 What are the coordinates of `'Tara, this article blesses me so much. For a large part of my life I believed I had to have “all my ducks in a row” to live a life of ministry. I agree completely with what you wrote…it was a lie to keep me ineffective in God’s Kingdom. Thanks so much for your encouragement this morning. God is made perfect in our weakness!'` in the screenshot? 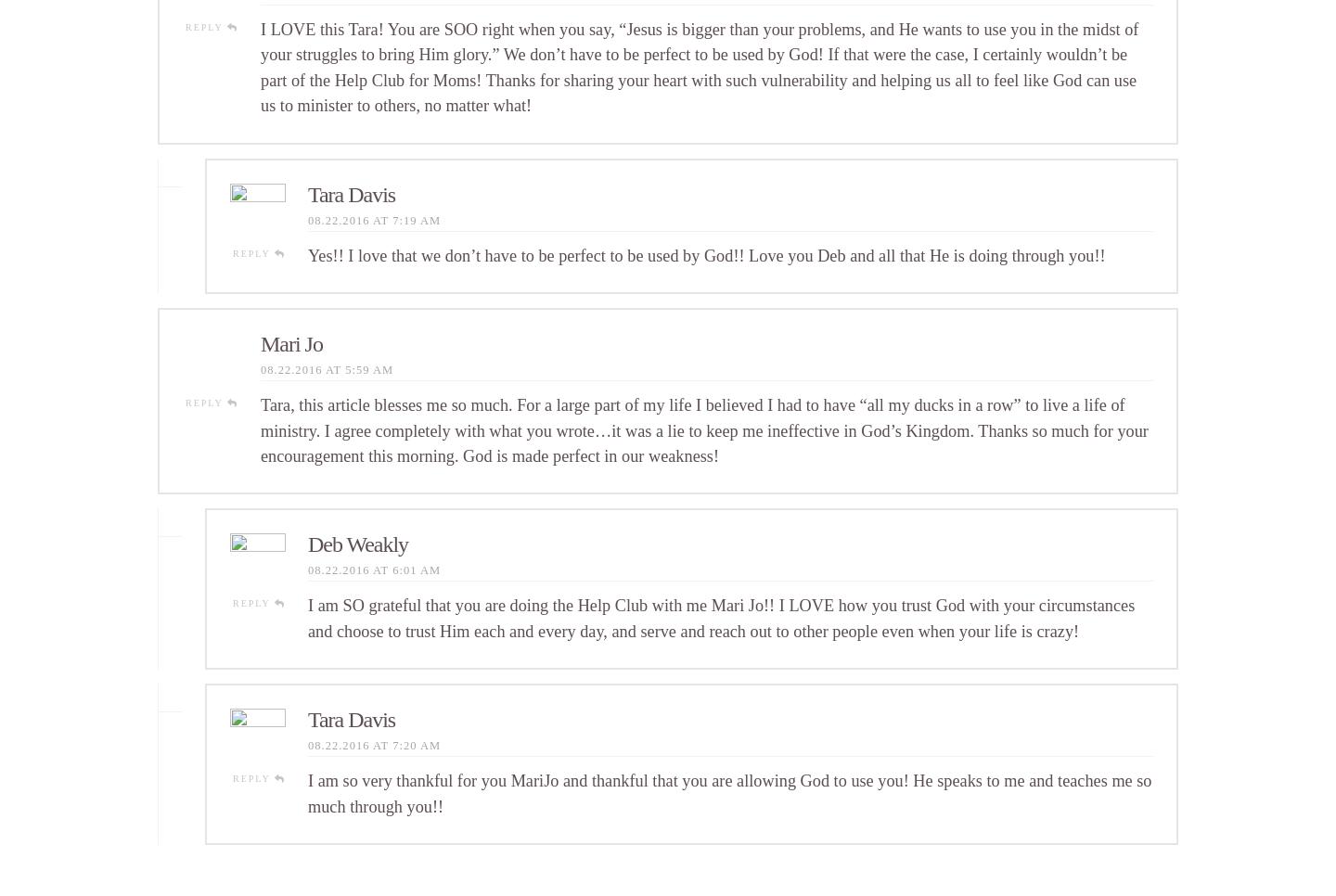 It's located at (703, 429).